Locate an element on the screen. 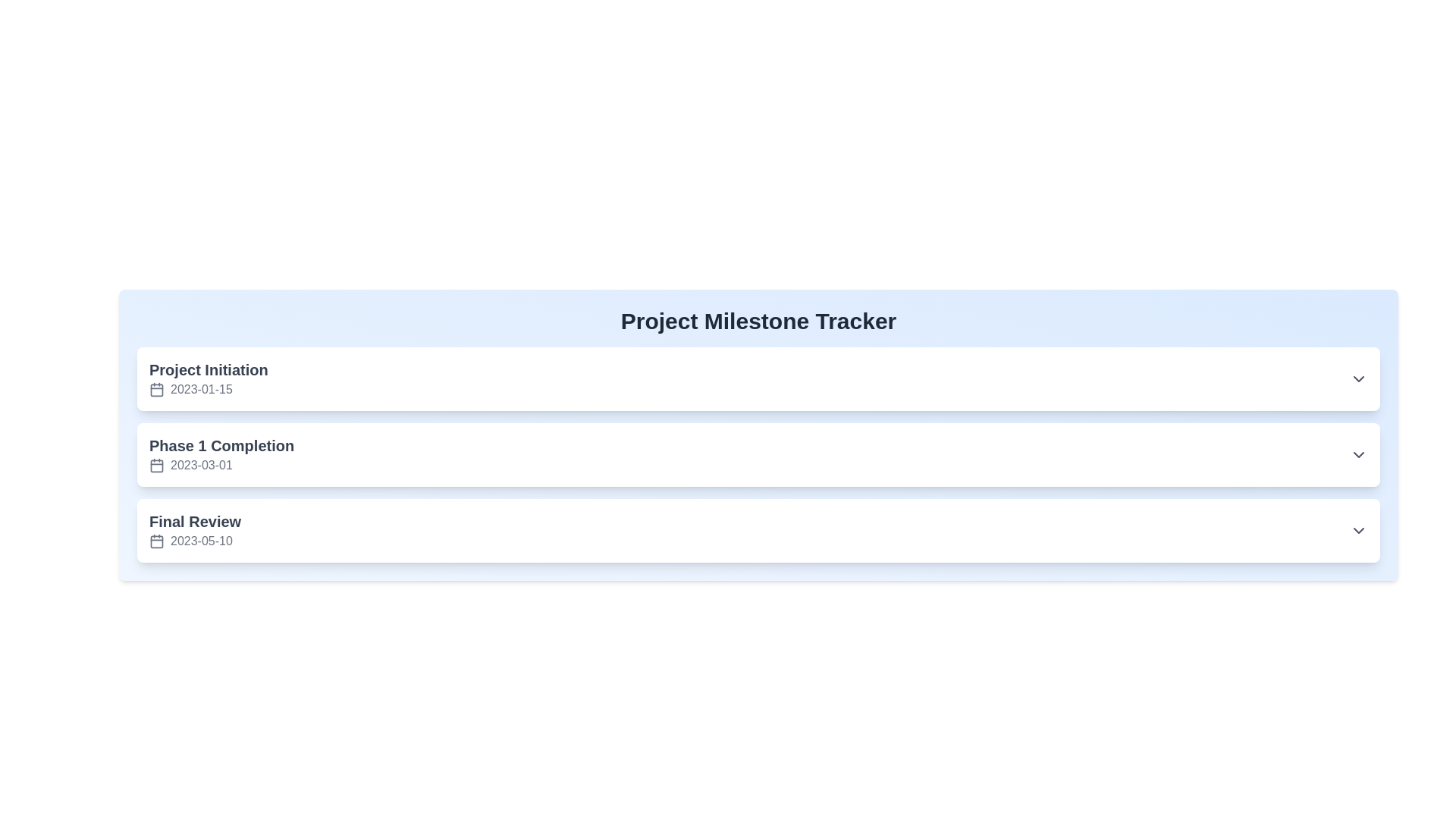  the downward-pointing chevron icon, which is styled with a gray color and located at the far right of the 'Final Review' entry line, adjacent to the '2023-05-10' date text is located at coordinates (1358, 529).